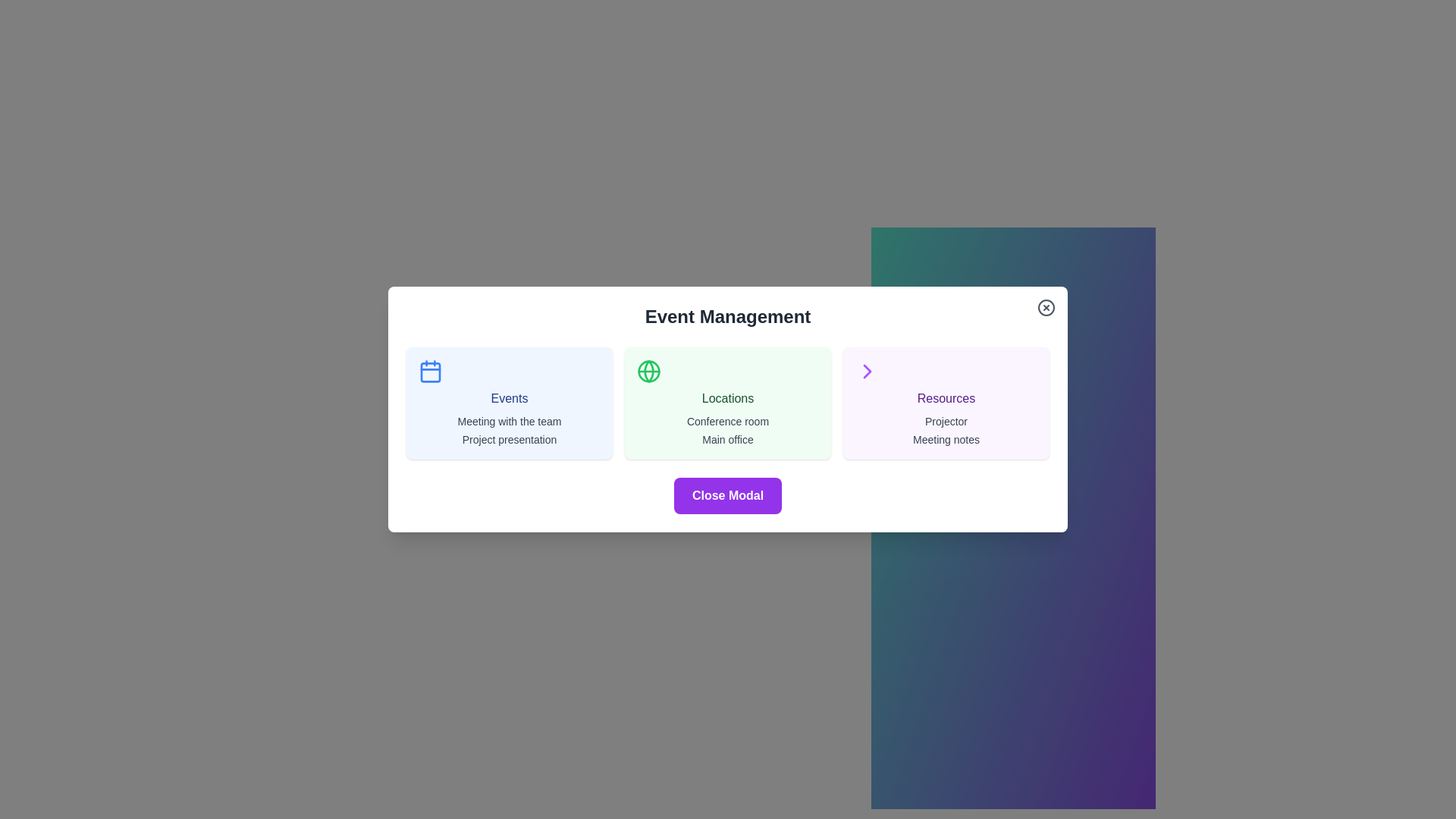 This screenshot has height=819, width=1456. I want to click on the text element displaying 'Meeting with the team' and 'Project presentation' within the blue-tinted 'Events' card, so click(510, 430).